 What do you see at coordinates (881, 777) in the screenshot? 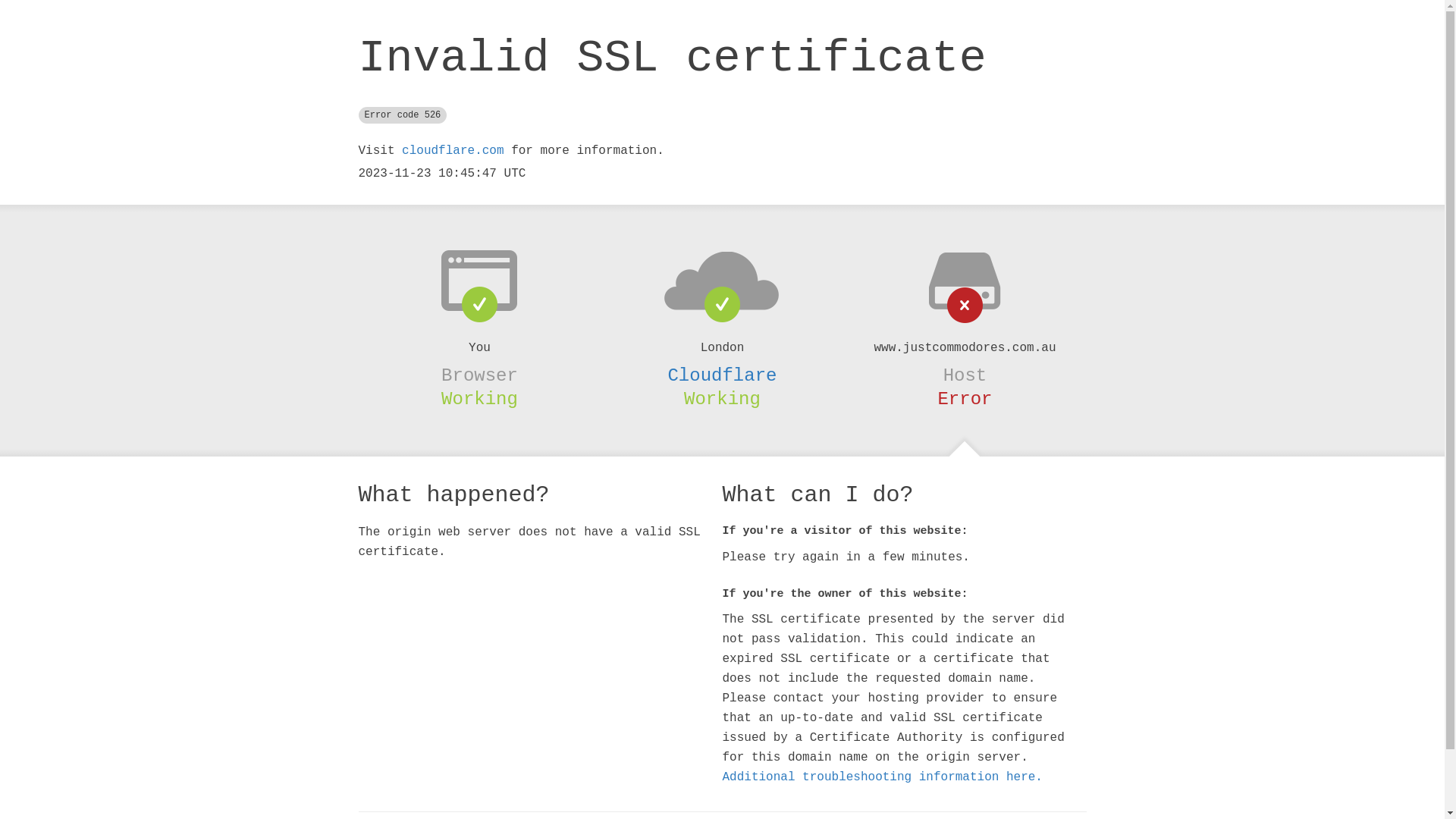
I see `'Additional troubleshooting information here.'` at bounding box center [881, 777].